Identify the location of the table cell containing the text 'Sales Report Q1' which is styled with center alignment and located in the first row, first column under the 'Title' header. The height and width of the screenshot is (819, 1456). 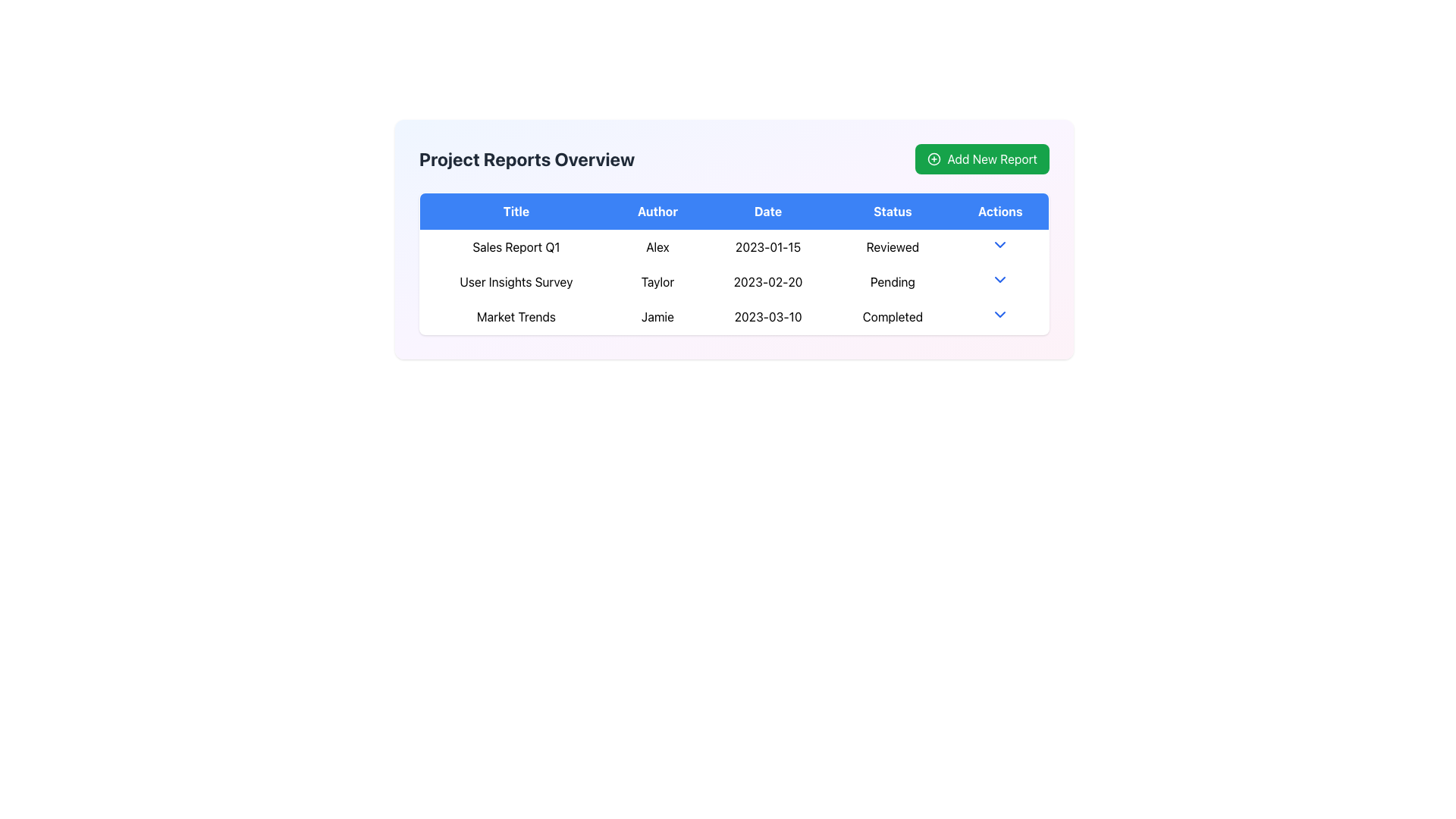
(516, 246).